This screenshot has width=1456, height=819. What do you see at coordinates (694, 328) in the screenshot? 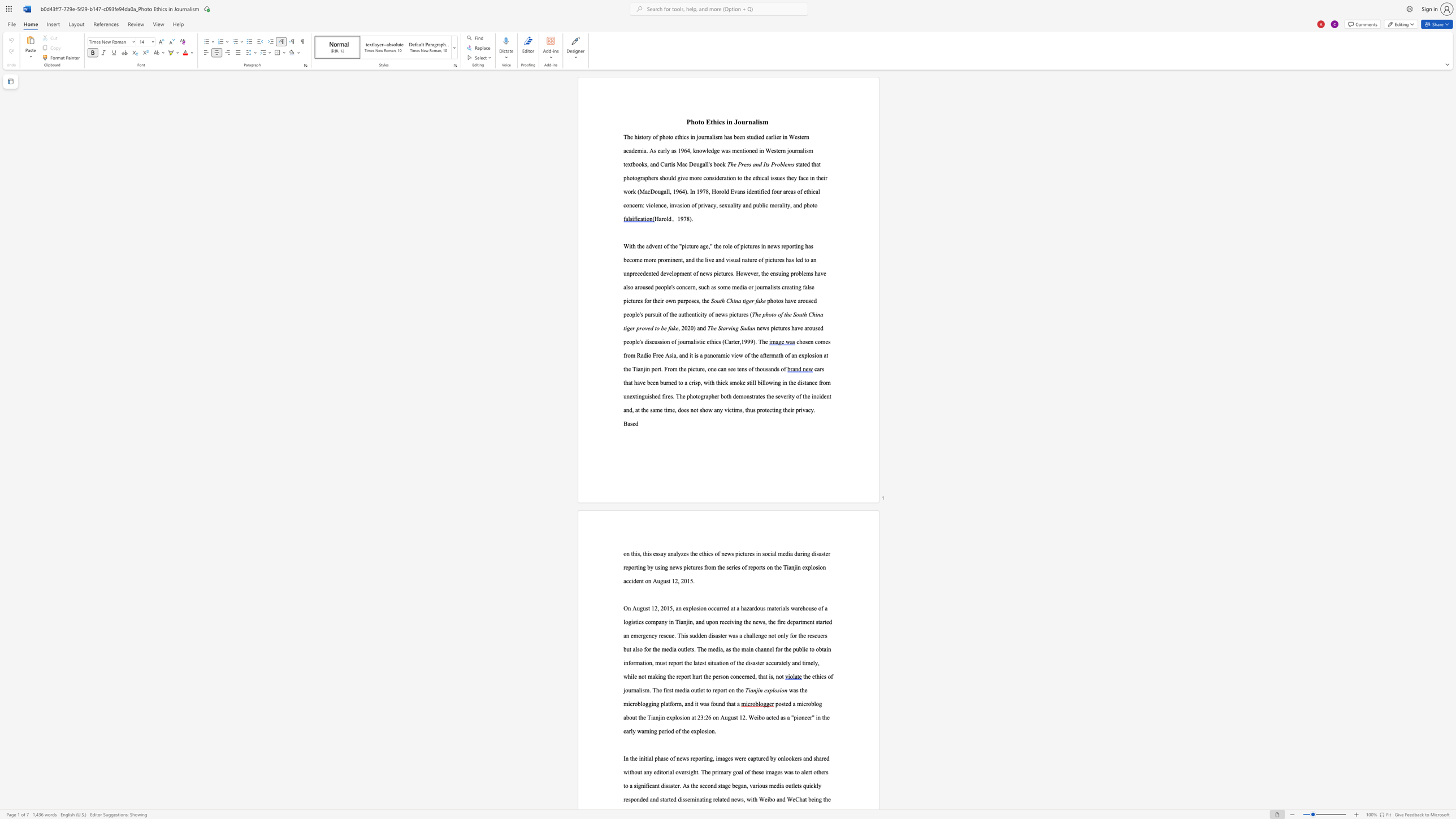
I see `the subset text ") and" within the text ", 2020) and"` at bounding box center [694, 328].